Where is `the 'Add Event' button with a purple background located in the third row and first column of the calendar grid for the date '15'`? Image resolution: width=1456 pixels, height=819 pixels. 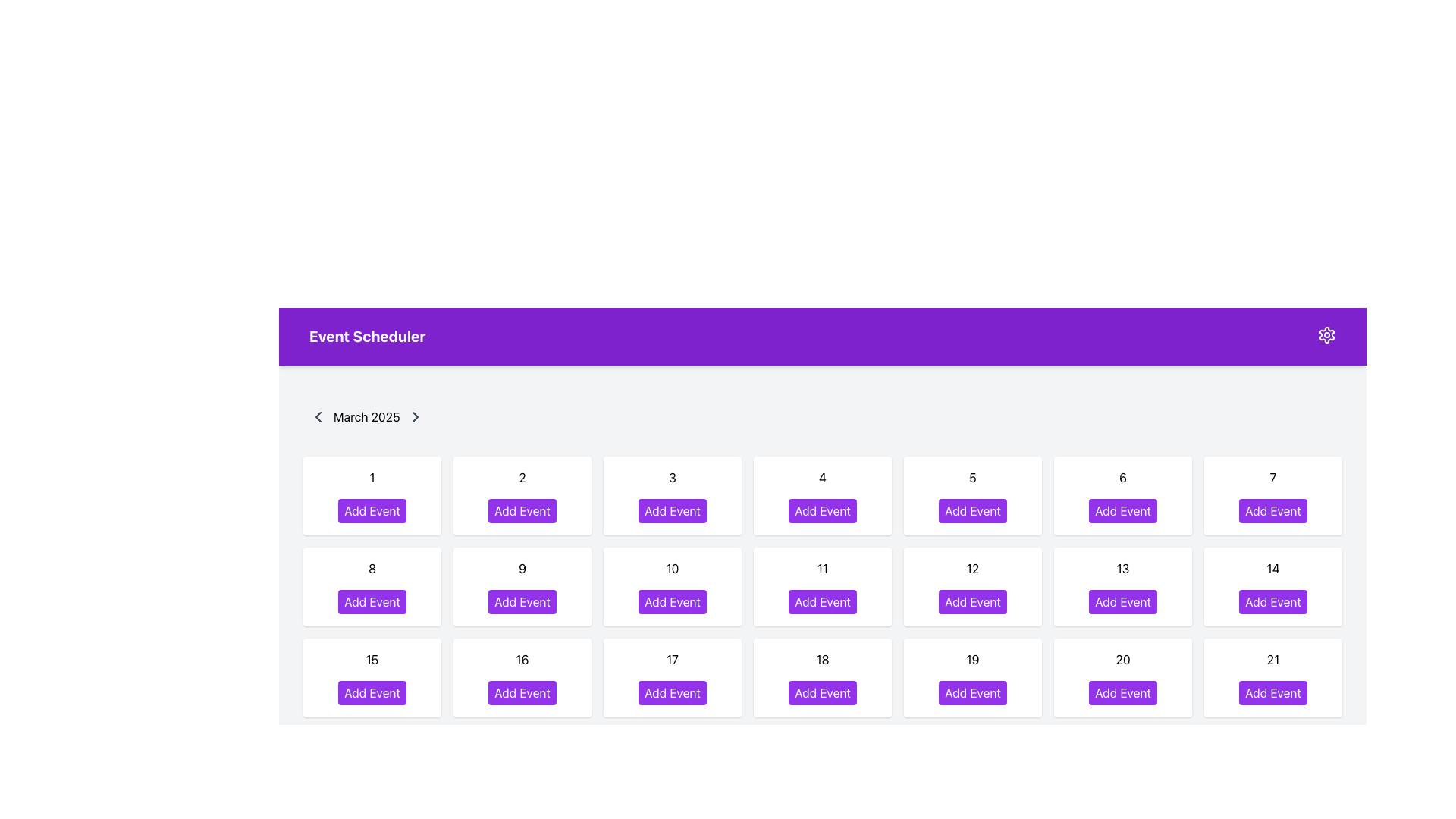
the 'Add Event' button with a purple background located in the third row and first column of the calendar grid for the date '15' is located at coordinates (372, 693).